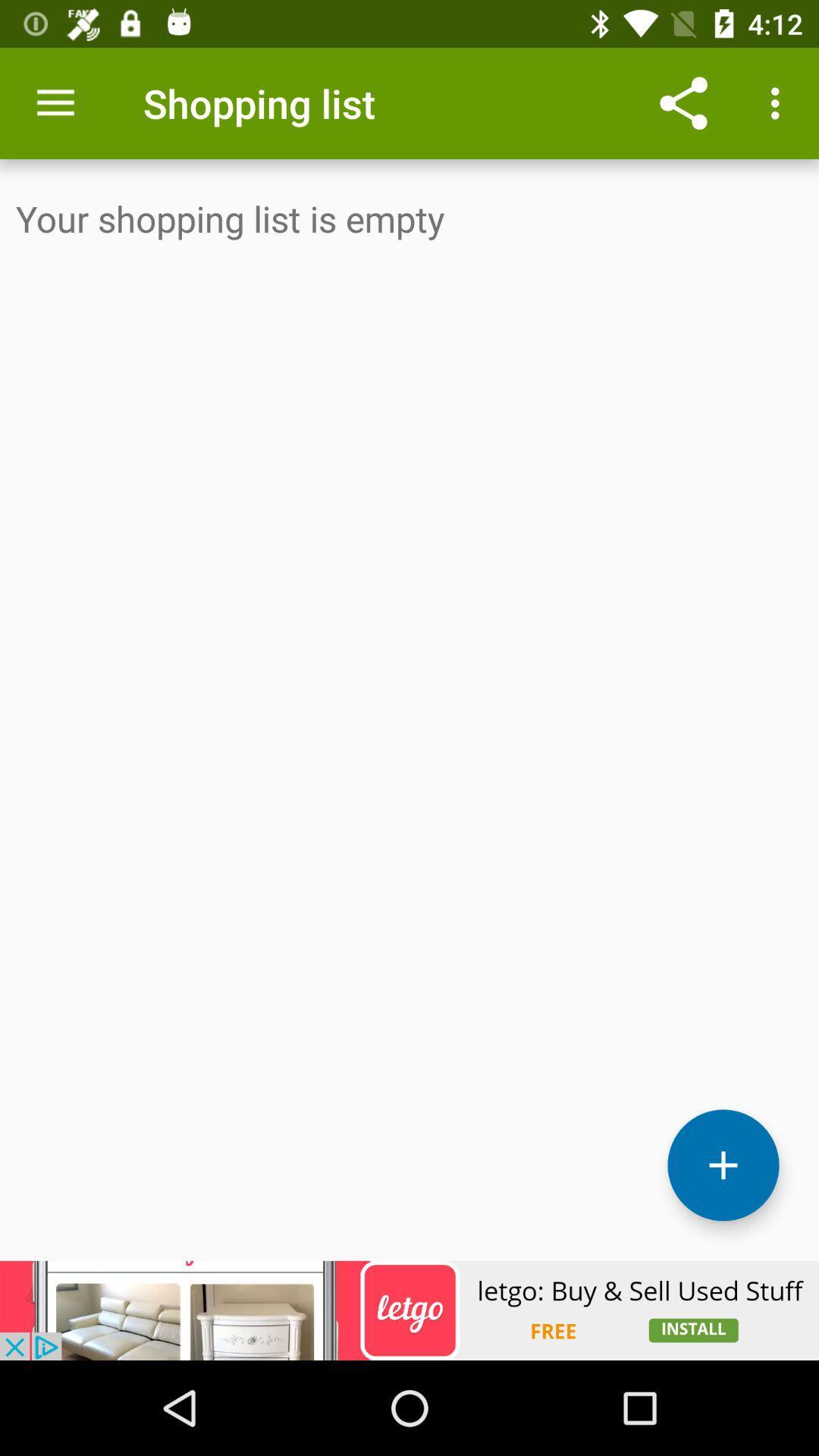 Image resolution: width=819 pixels, height=1456 pixels. Describe the element at coordinates (722, 1164) in the screenshot. I see `item` at that location.